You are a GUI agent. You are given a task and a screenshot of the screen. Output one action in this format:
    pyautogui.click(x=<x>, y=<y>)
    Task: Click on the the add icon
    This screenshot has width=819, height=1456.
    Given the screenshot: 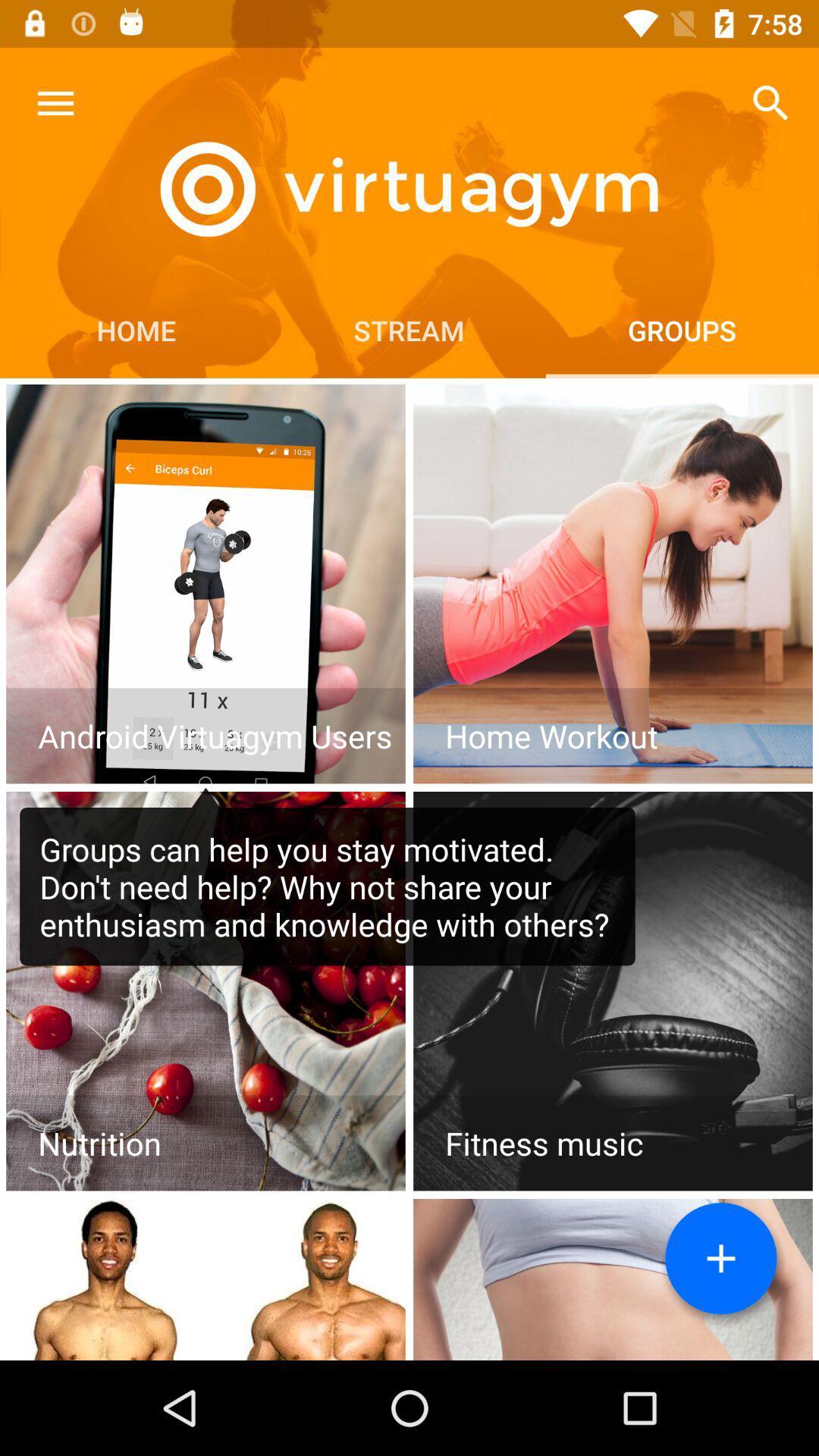 What is the action you would take?
    pyautogui.click(x=720, y=1258)
    